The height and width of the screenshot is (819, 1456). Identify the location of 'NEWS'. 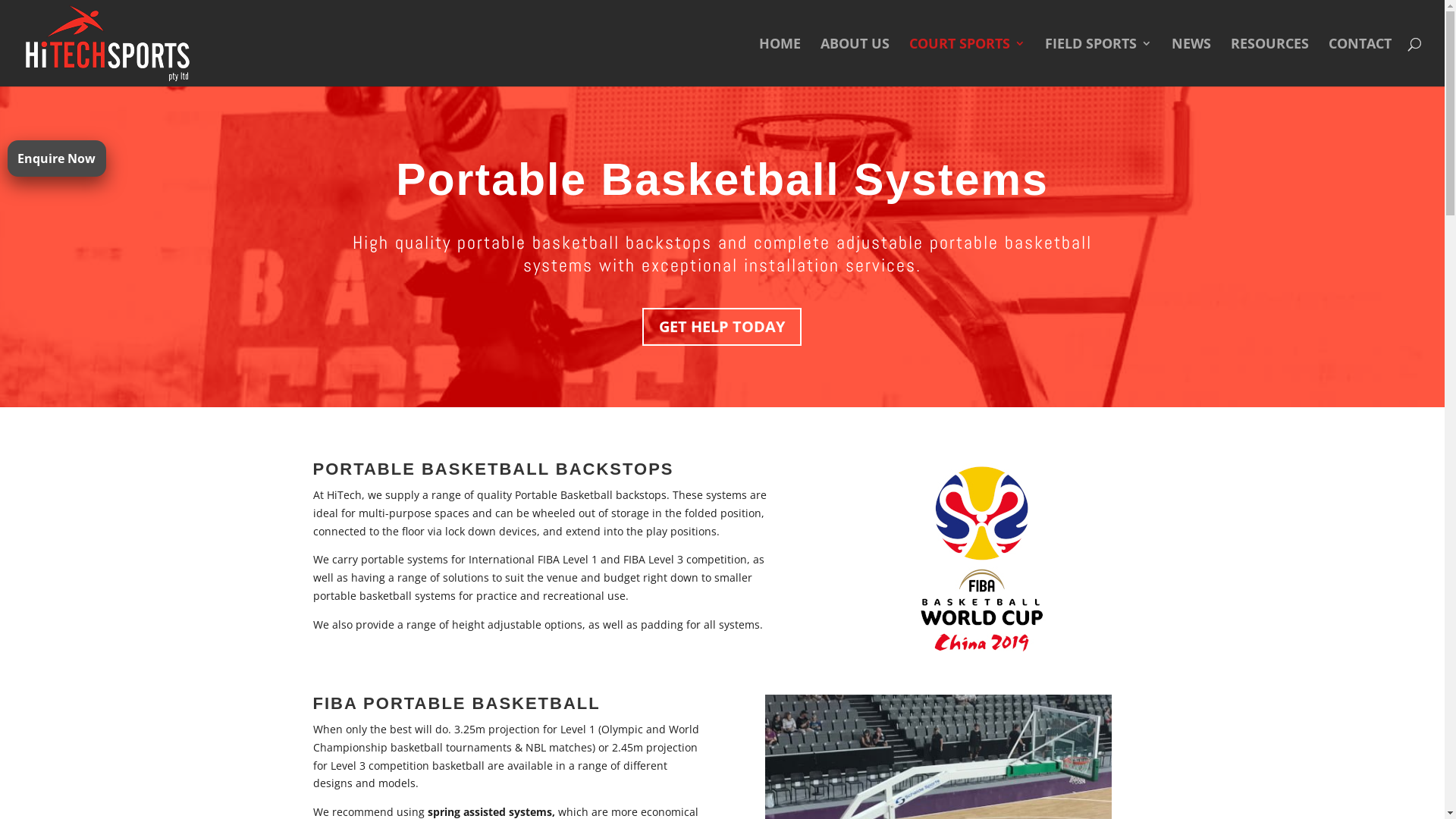
(1190, 61).